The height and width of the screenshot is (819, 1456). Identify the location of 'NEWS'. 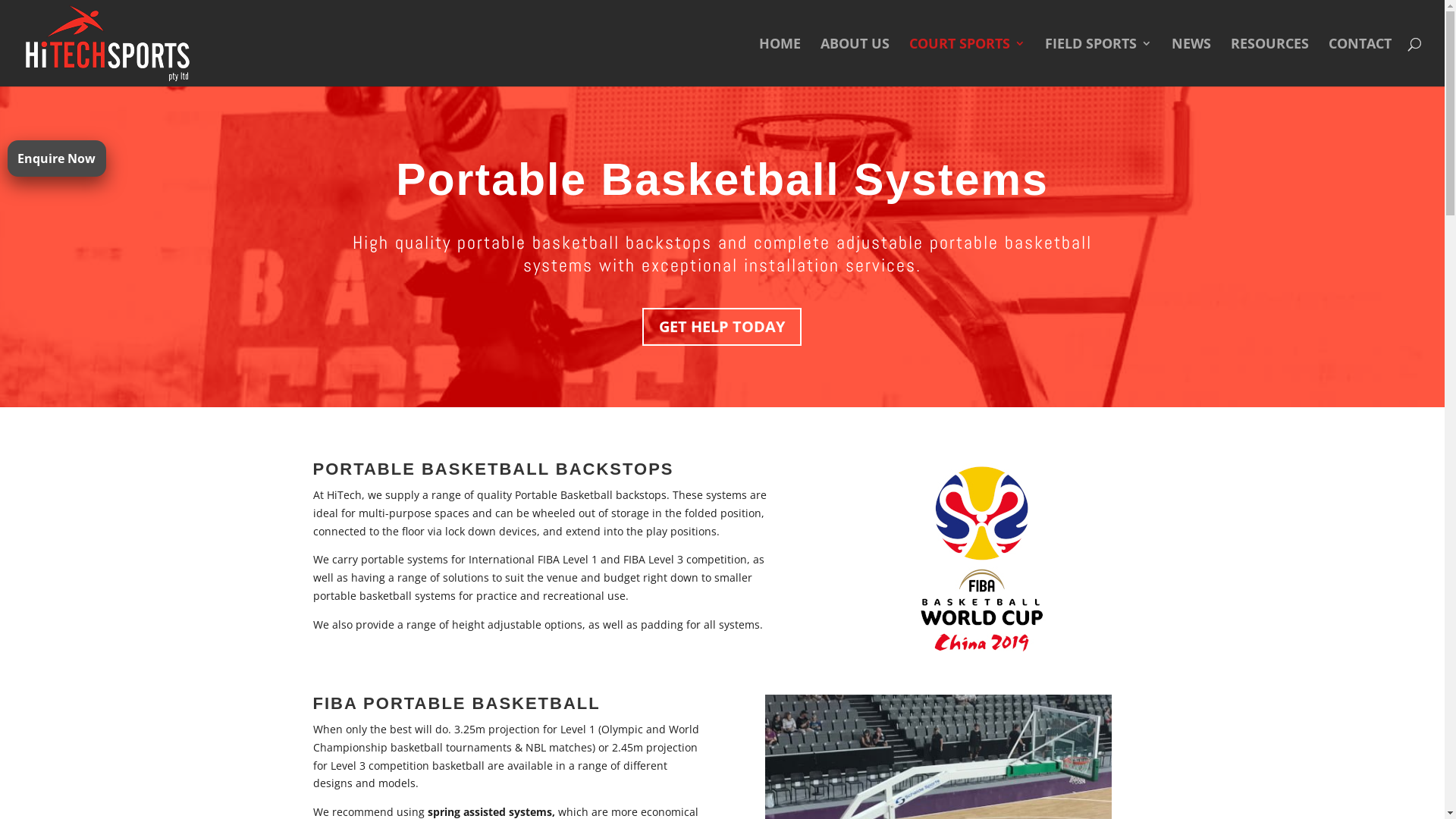
(1190, 61).